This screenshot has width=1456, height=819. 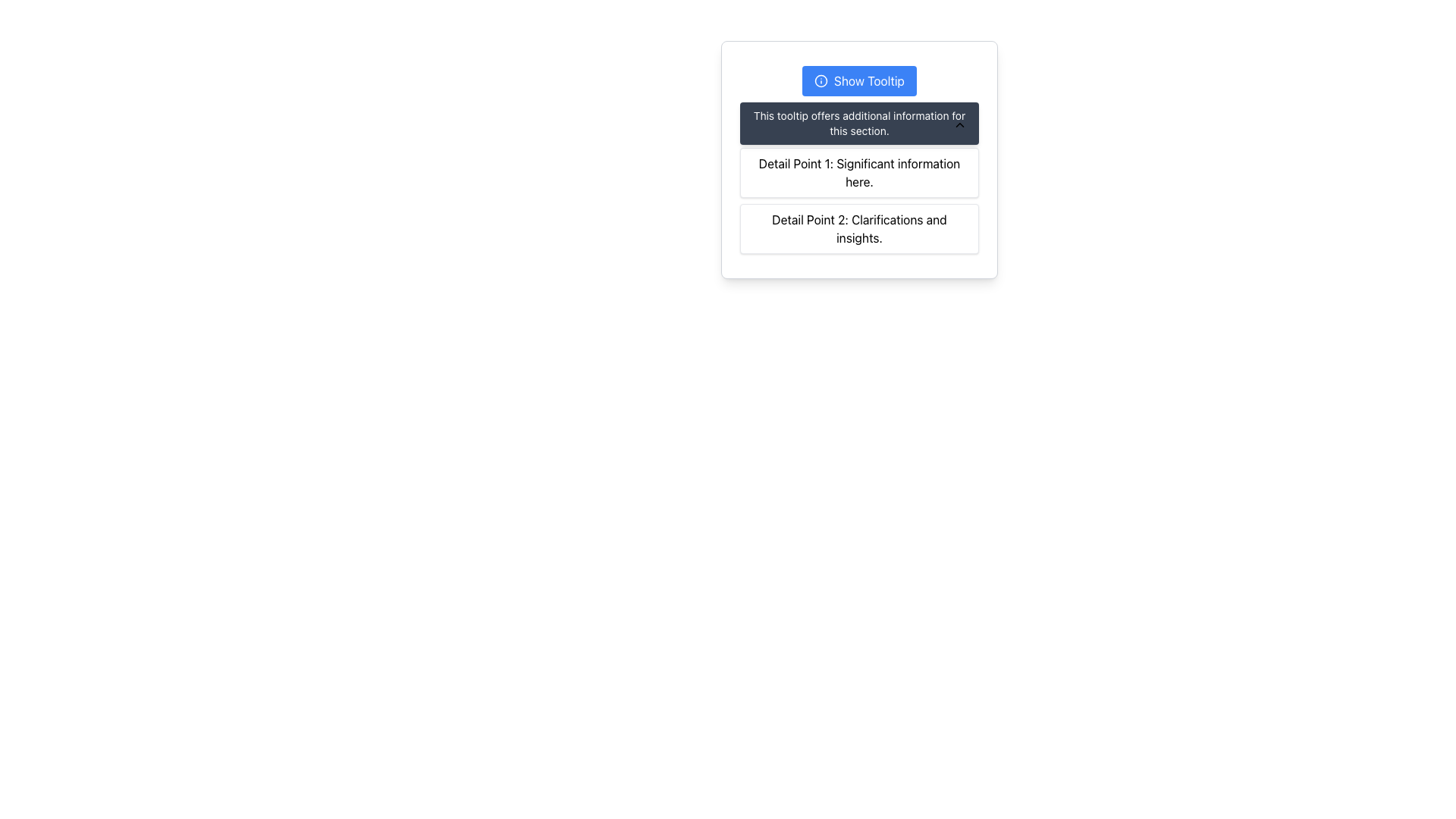 What do you see at coordinates (859, 81) in the screenshot?
I see `the 'Show Tooltip' button with a blue background` at bounding box center [859, 81].